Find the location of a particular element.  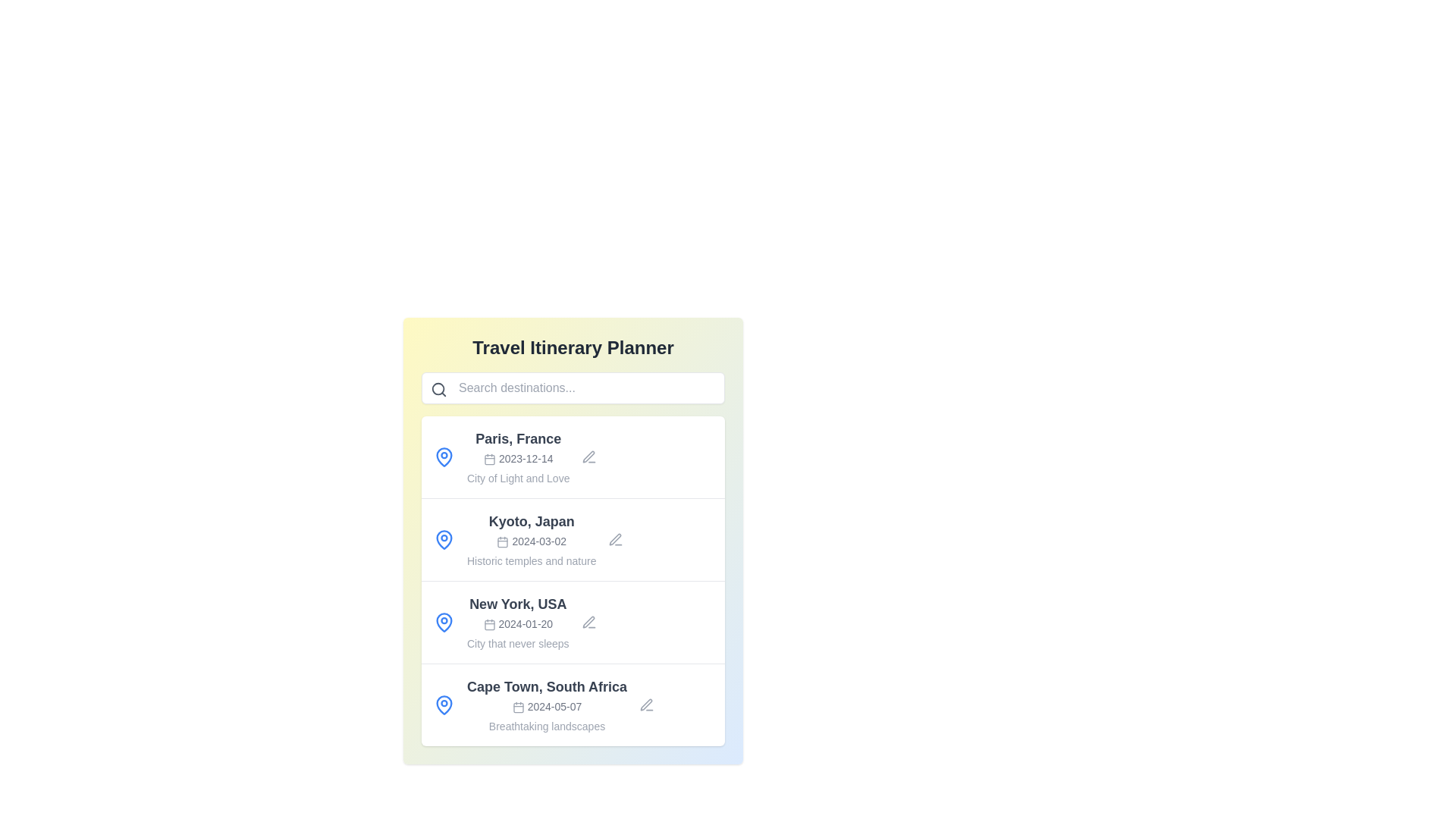

the decorative icon located to the left of the date text '2024-01-20' within the third destination information card is located at coordinates (489, 624).